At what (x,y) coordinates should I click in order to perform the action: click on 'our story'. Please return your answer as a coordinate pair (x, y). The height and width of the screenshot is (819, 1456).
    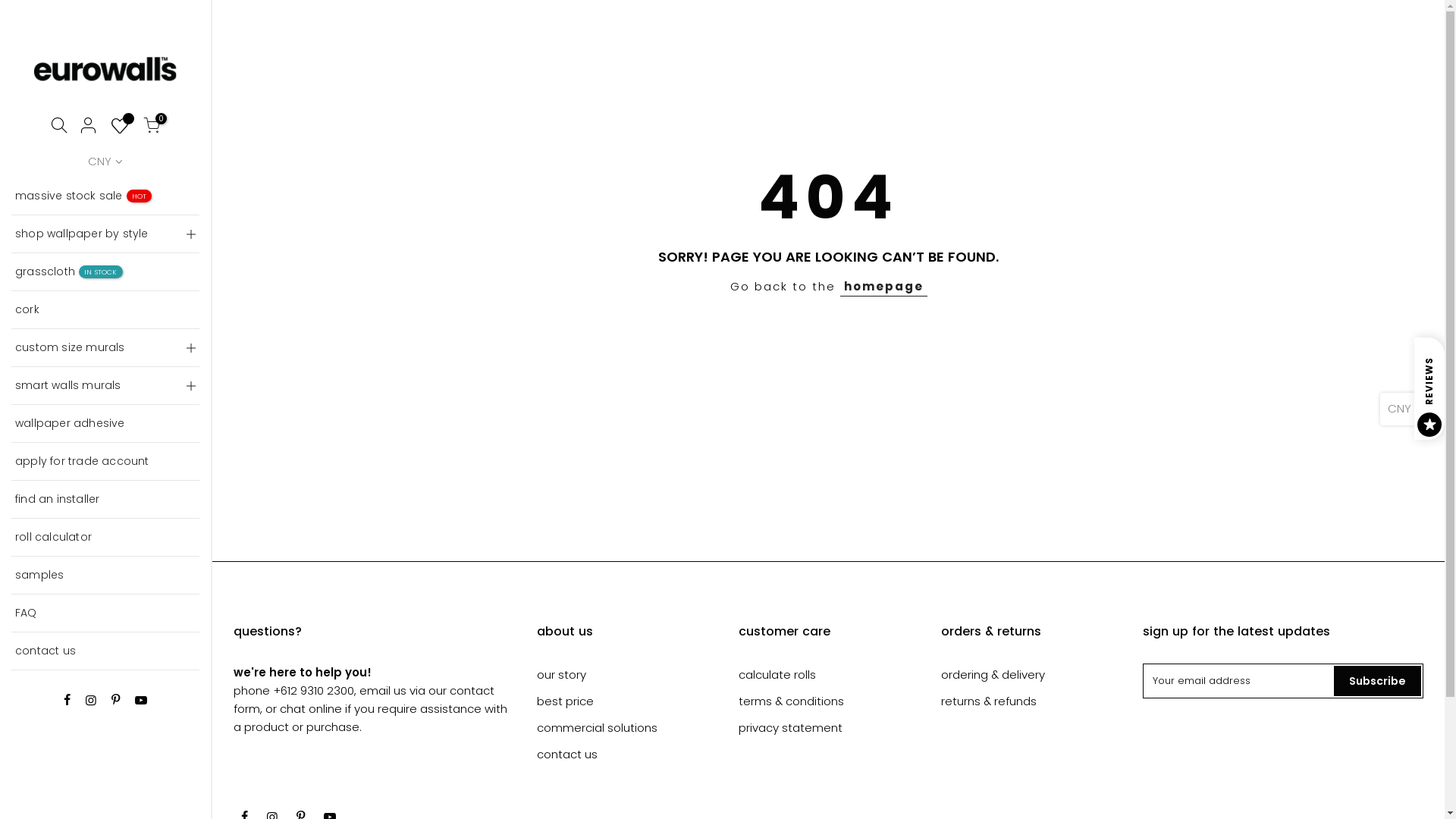
    Looking at the image, I should click on (560, 673).